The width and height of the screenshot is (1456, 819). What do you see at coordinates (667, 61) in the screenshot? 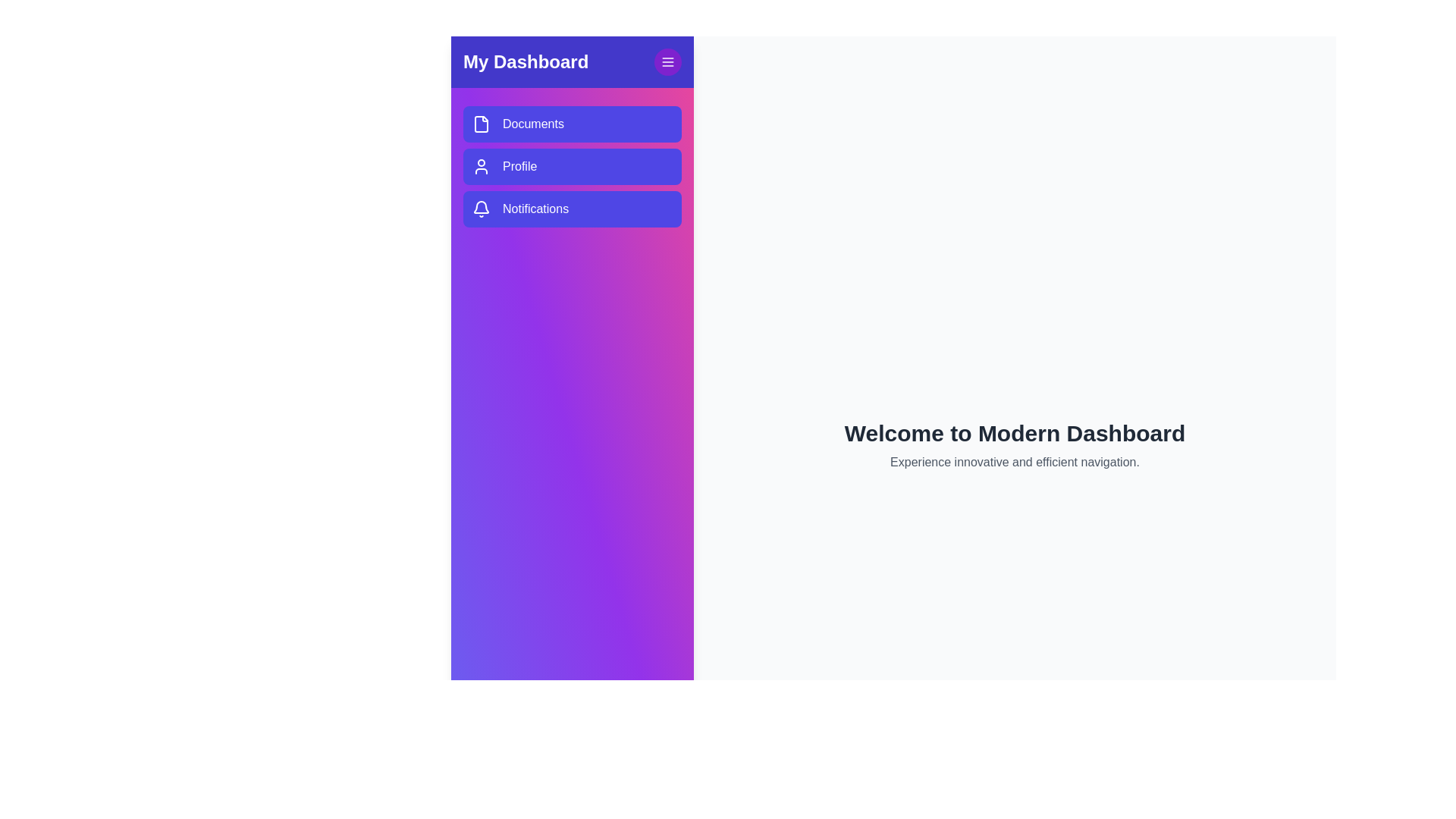
I see `button in the top right corner of the drawer to toggle its visibility` at bounding box center [667, 61].